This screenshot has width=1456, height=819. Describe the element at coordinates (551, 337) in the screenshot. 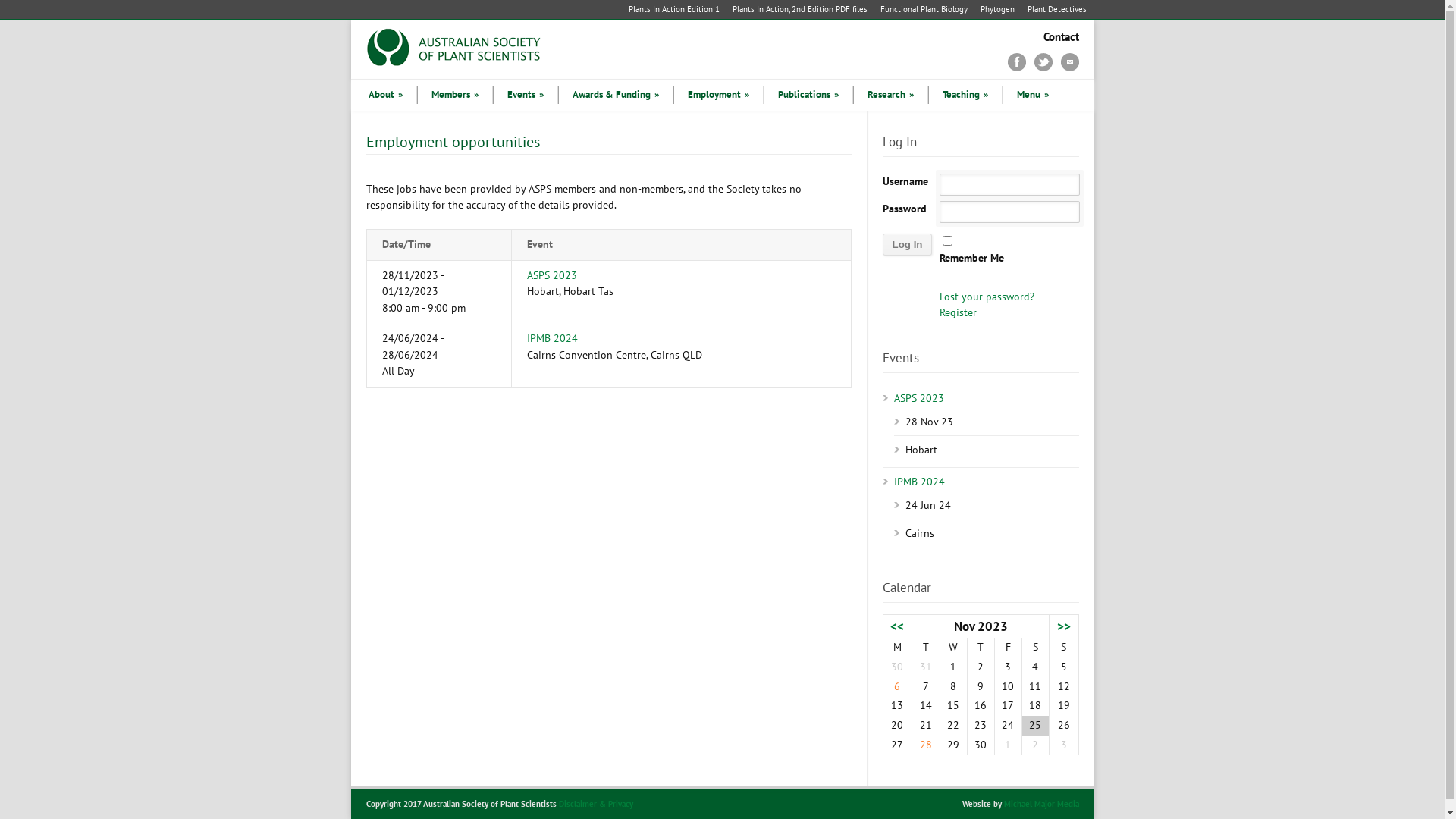

I see `'IPMB 2024'` at that location.